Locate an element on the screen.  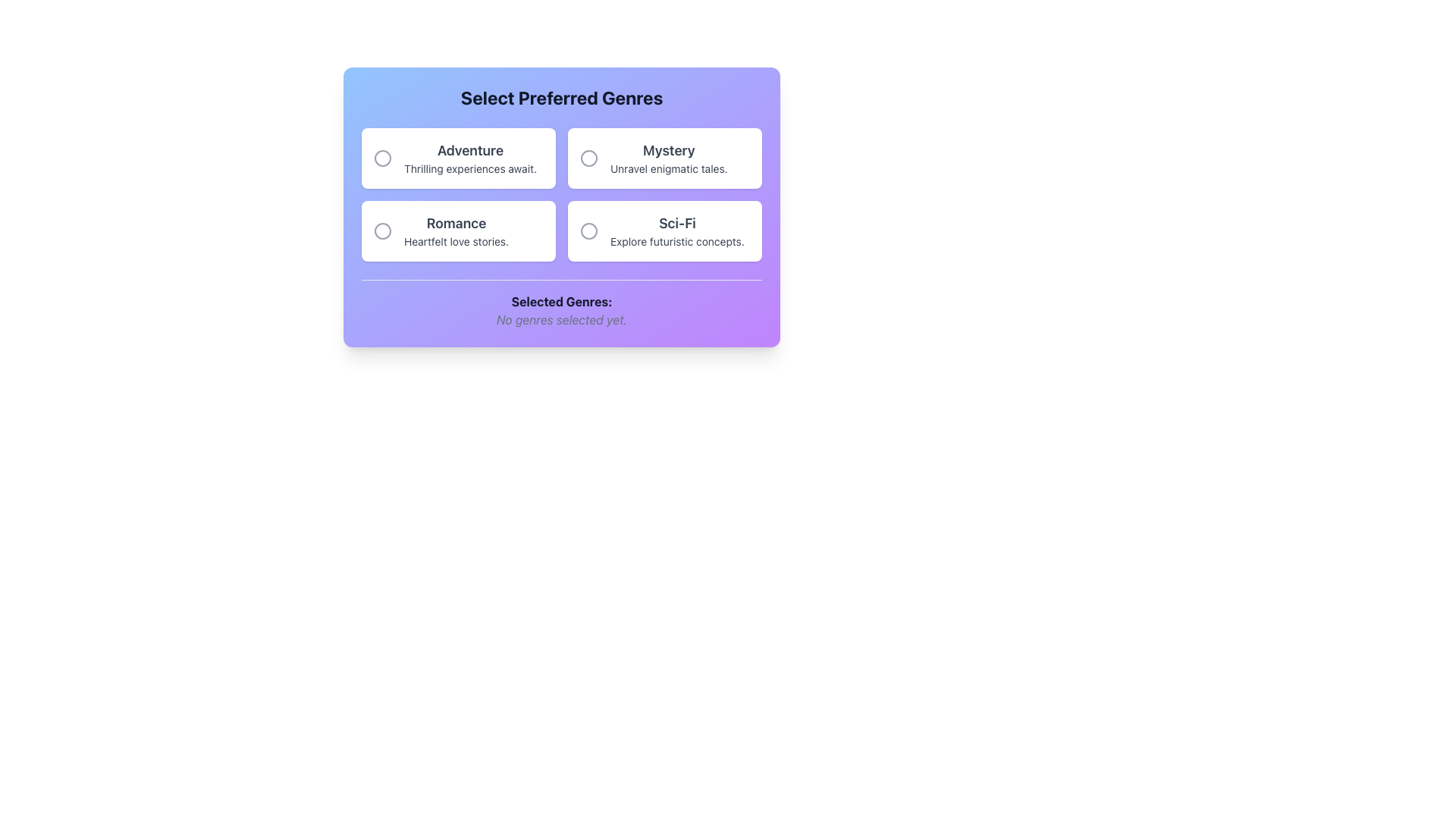
the circular gray radio button indicator for the 'Mystery' option in the genre selection grid is located at coordinates (588, 158).